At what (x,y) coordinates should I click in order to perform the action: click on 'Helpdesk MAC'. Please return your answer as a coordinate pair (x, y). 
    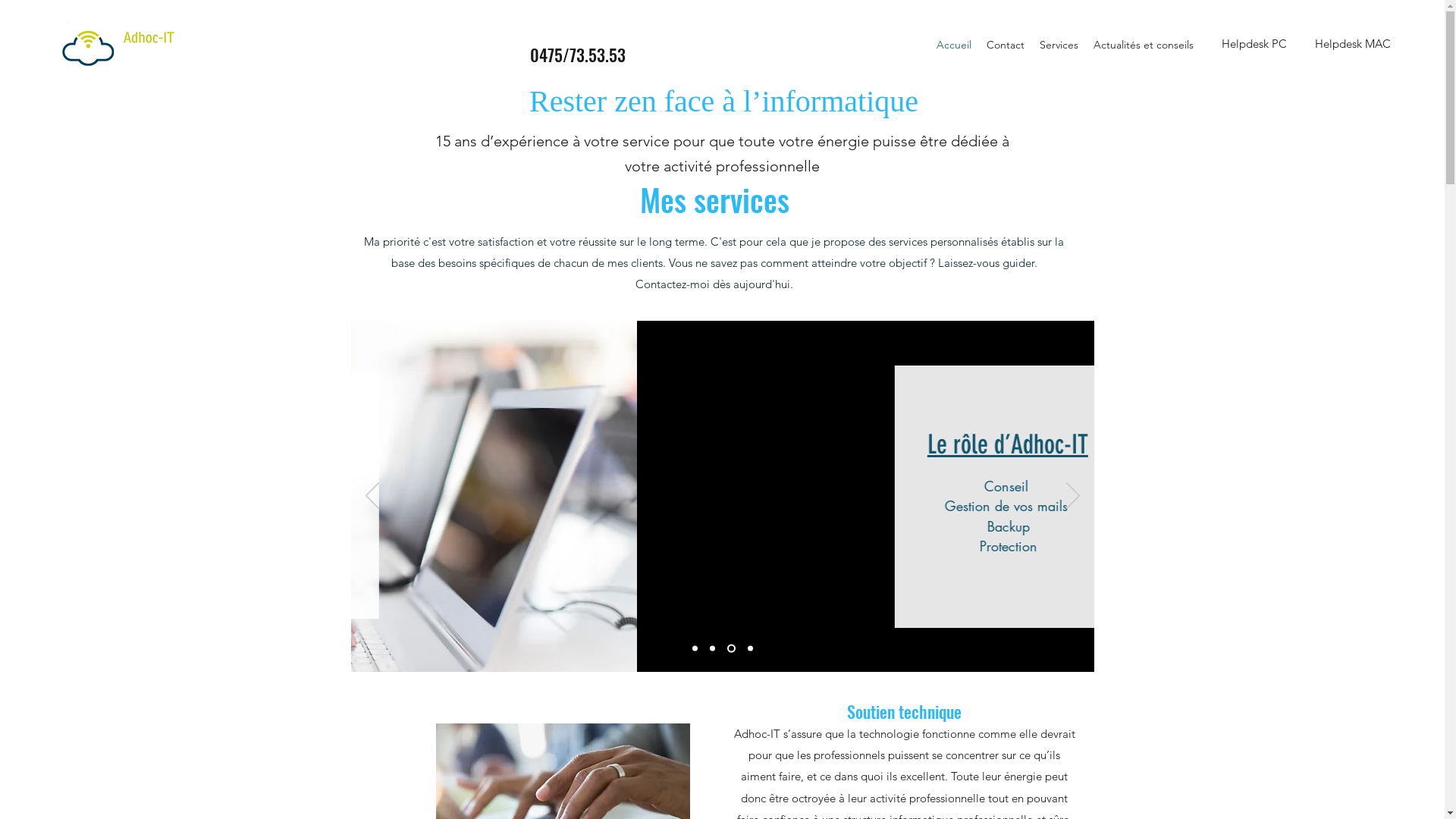
    Looking at the image, I should click on (1353, 42).